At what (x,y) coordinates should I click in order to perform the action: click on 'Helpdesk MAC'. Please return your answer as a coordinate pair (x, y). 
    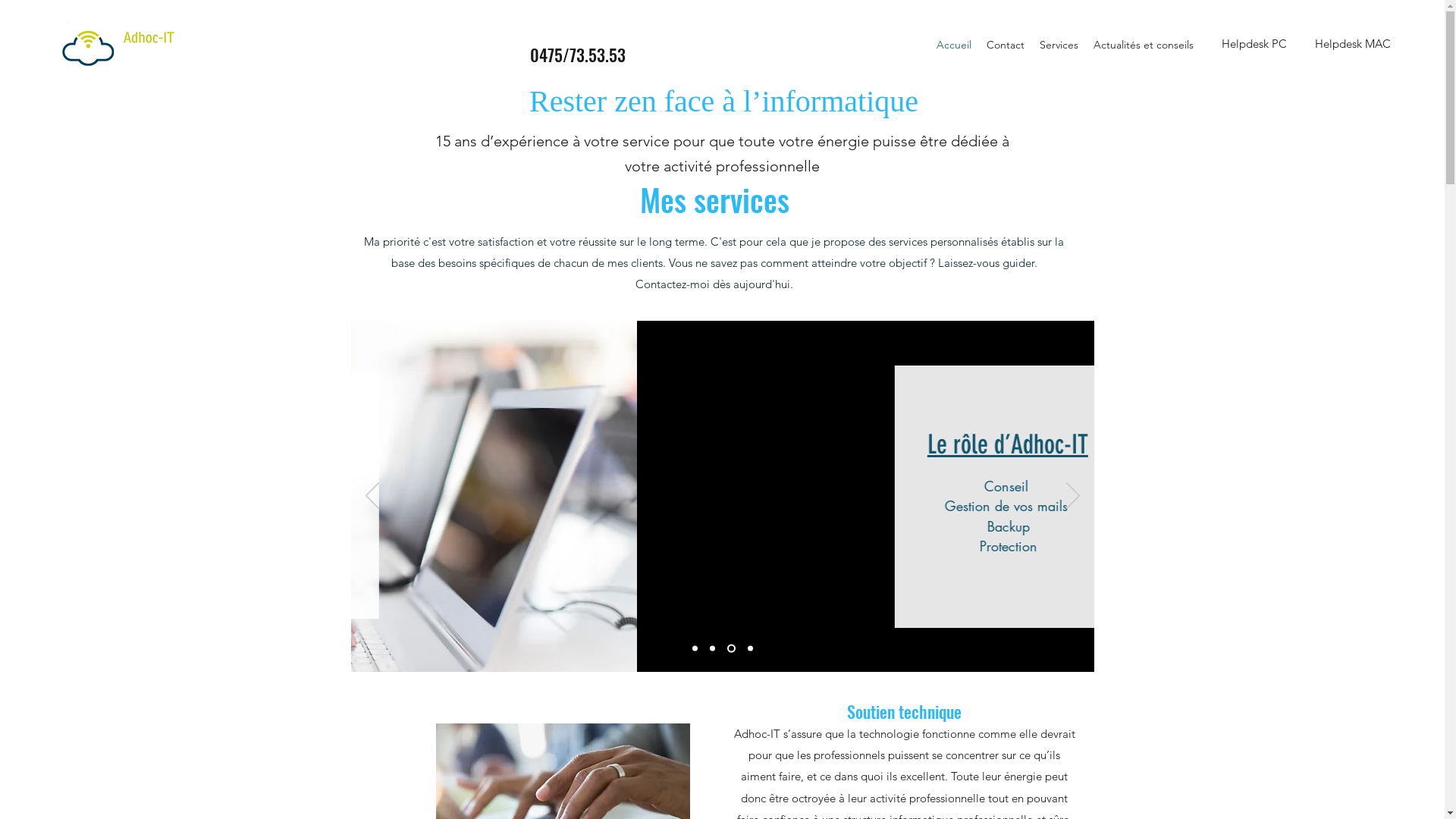
    Looking at the image, I should click on (1353, 42).